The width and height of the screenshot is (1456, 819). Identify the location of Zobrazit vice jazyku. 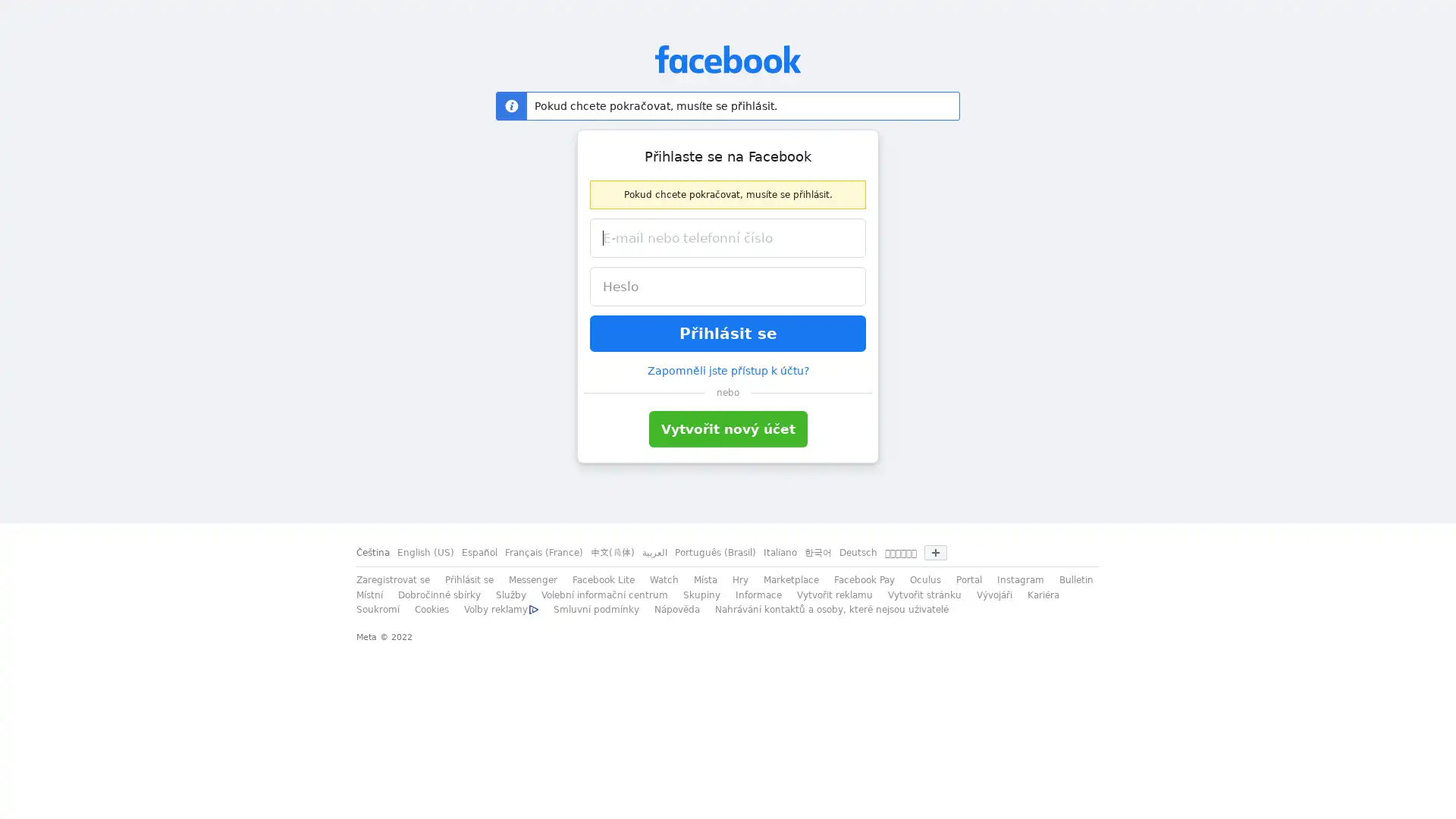
(934, 553).